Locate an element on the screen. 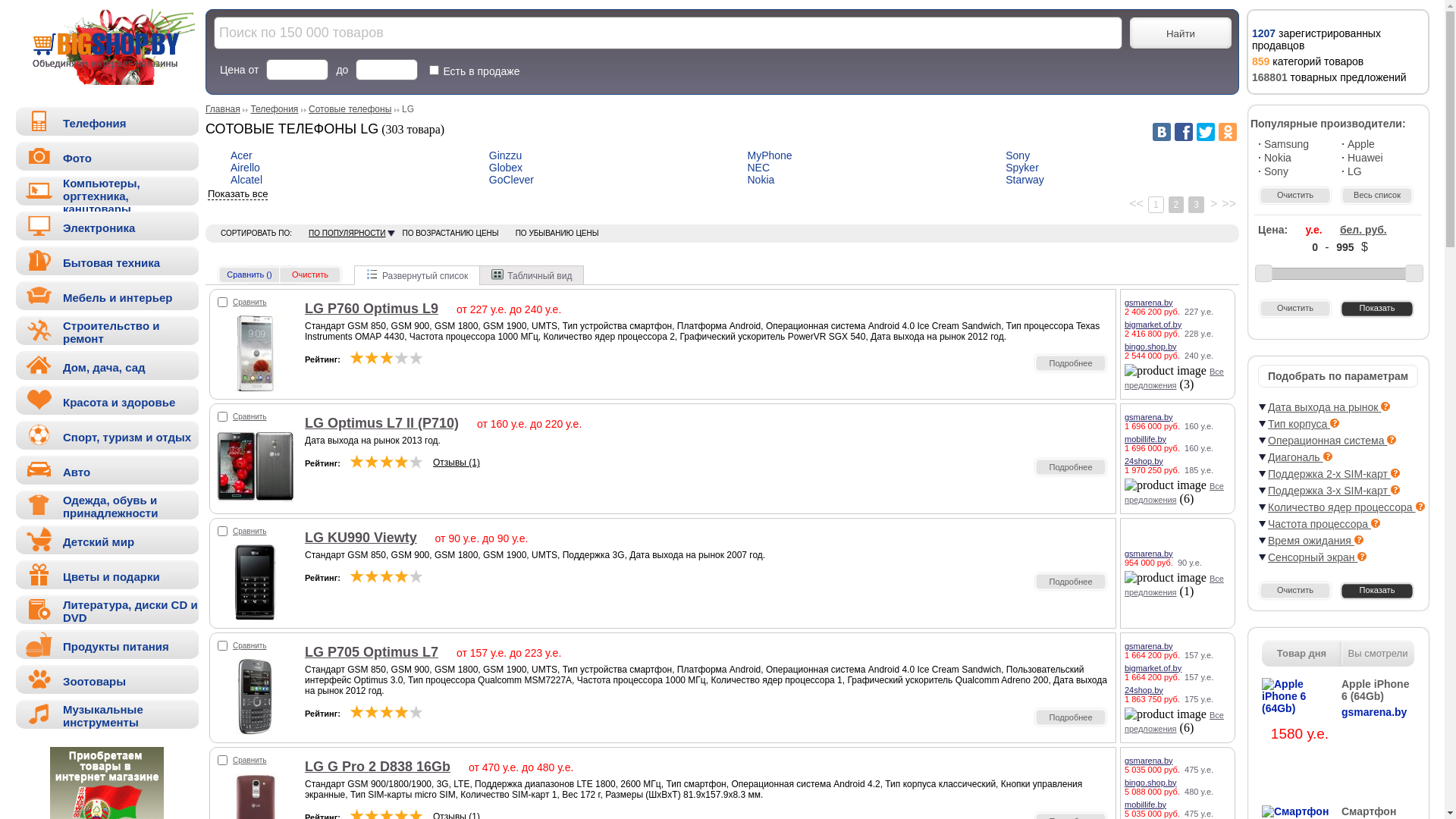 The height and width of the screenshot is (819, 1456). 'Facebook' is located at coordinates (1174, 130).